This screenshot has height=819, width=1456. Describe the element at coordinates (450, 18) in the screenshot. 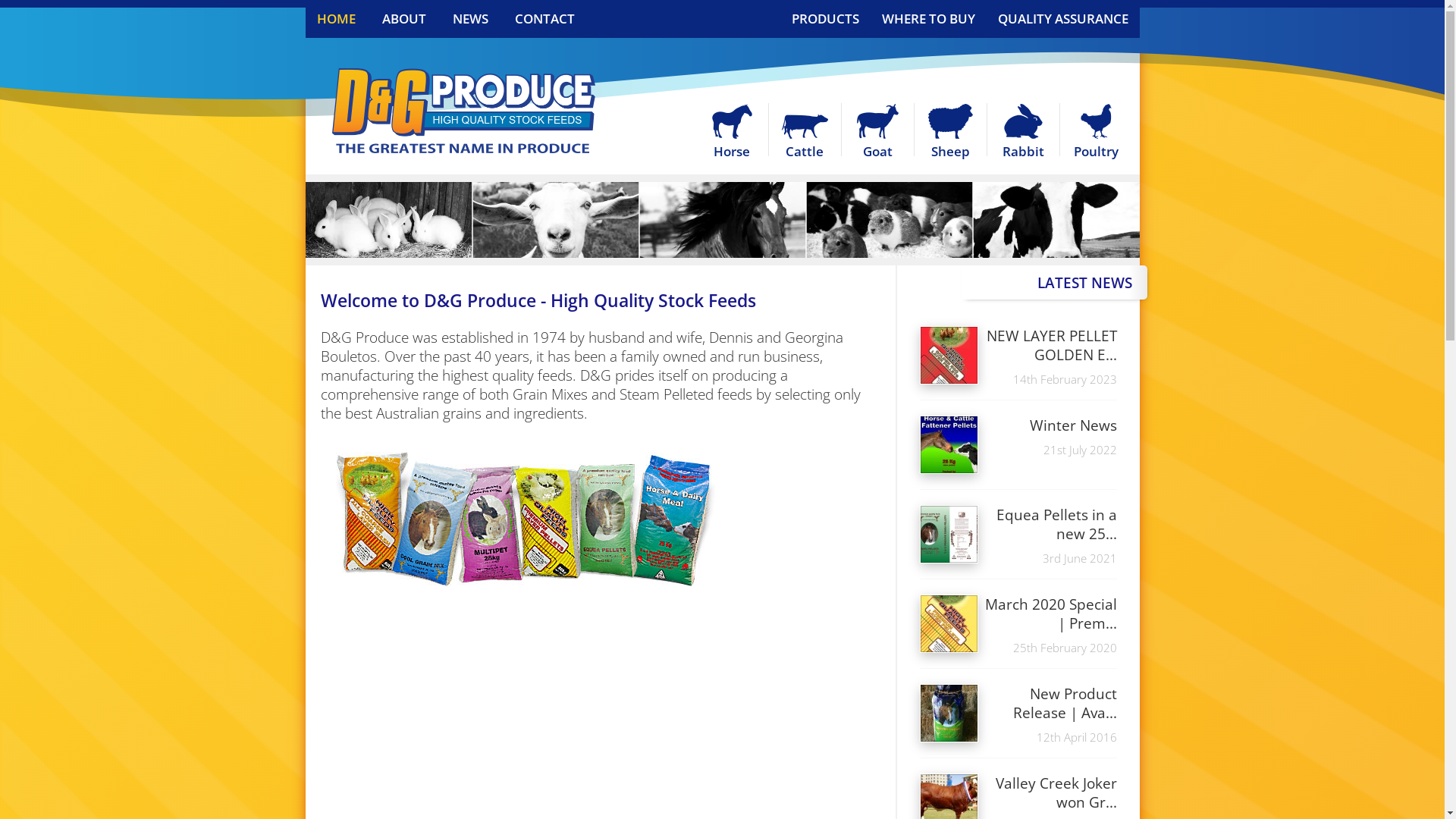

I see `'NEWS'` at that location.